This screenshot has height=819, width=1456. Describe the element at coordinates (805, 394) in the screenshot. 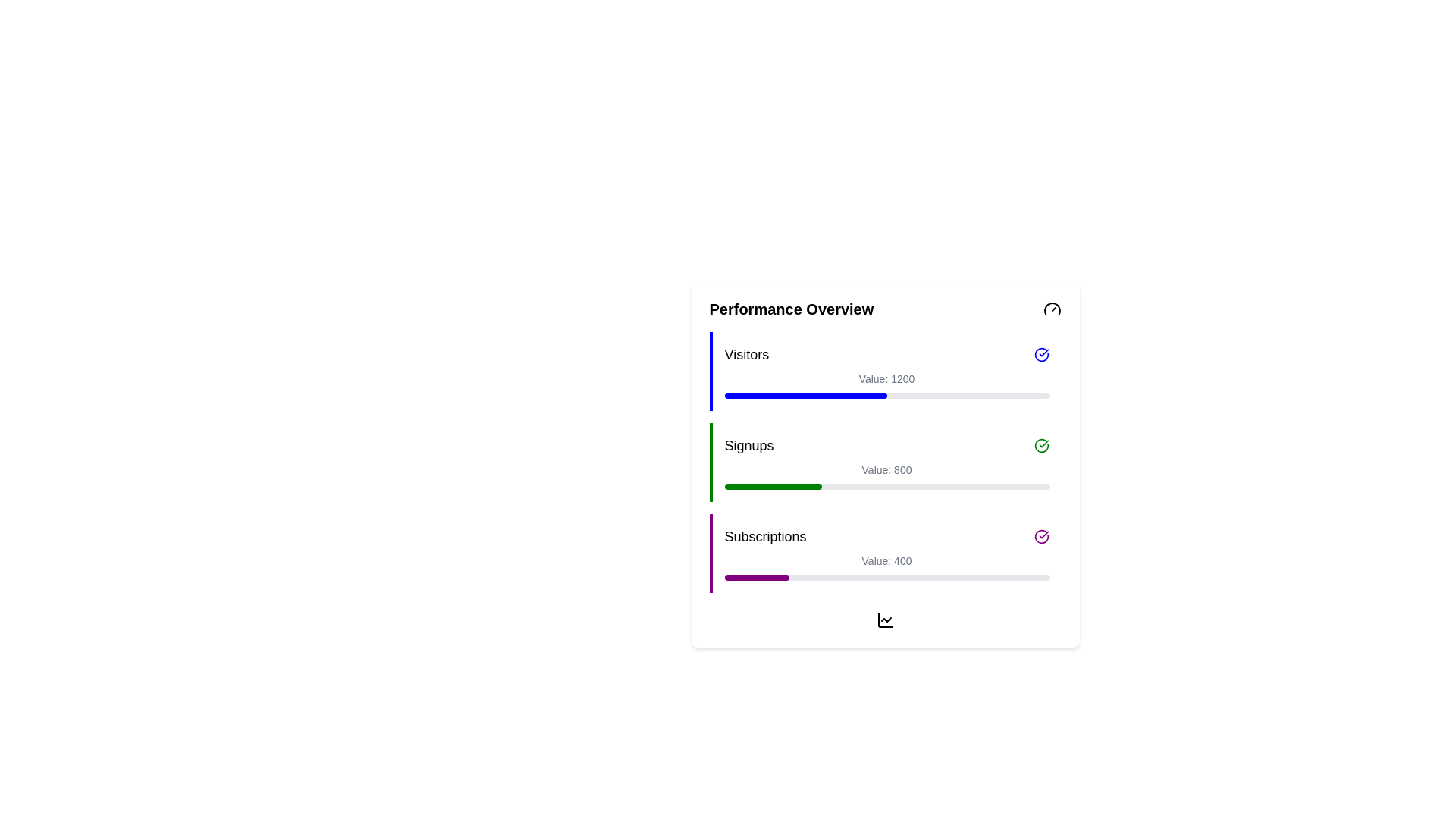

I see `the filled portion of the Progress Bar Segment in the 'Visitors' section of the 'Performance Overview' to visually indicate progress` at that location.